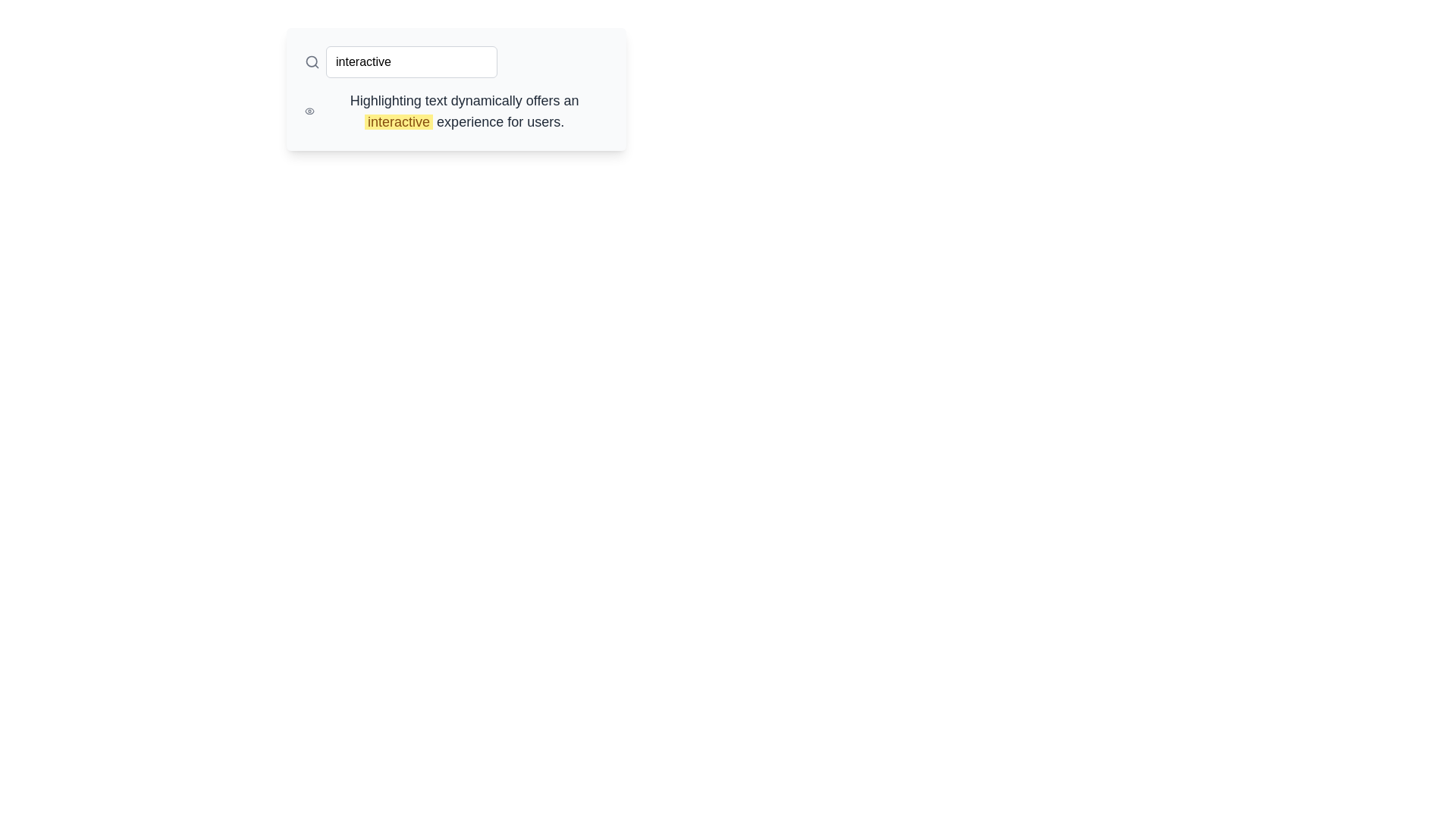 Image resolution: width=1456 pixels, height=819 pixels. Describe the element at coordinates (455, 110) in the screenshot. I see `text content of the Text Display Component located directly below the search bar, which contains the string 'Highlighting text dynamically offers an interactive experience for users.'` at that location.